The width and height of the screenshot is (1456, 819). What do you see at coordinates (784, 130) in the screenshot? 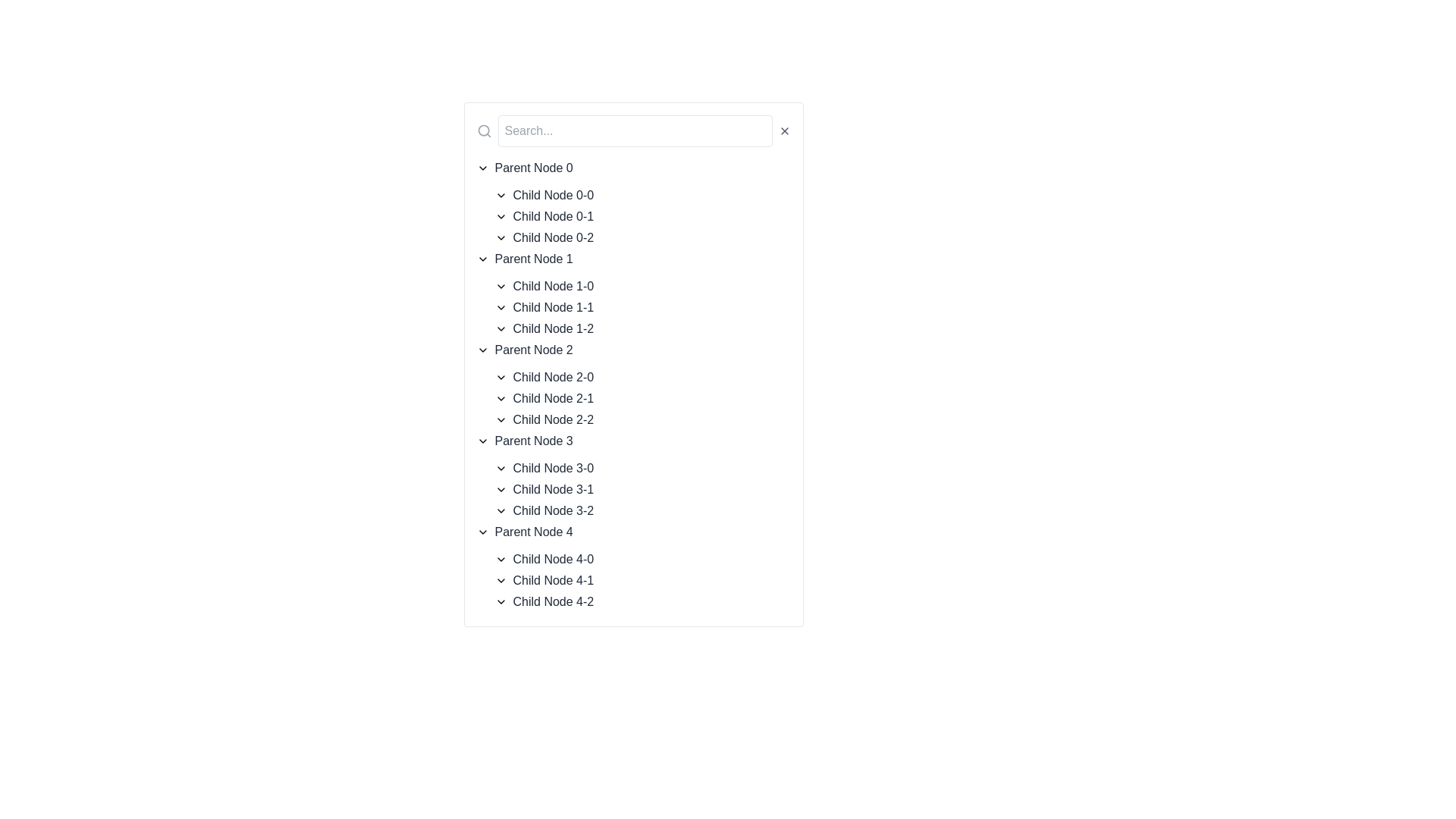
I see `the Close or clear icon button located at the far right of the search input field to clear the input text` at bounding box center [784, 130].